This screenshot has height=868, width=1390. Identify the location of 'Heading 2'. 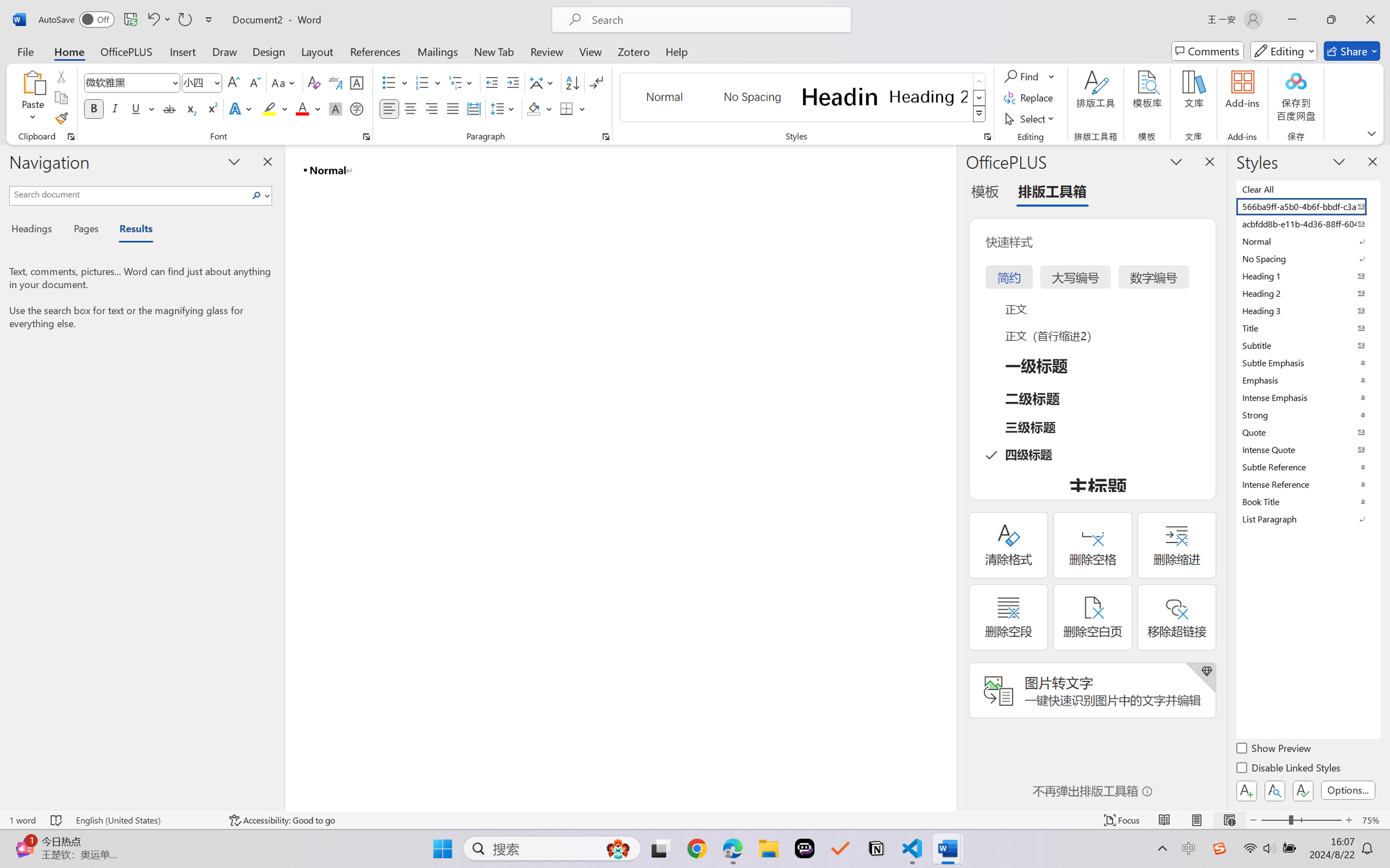
(928, 96).